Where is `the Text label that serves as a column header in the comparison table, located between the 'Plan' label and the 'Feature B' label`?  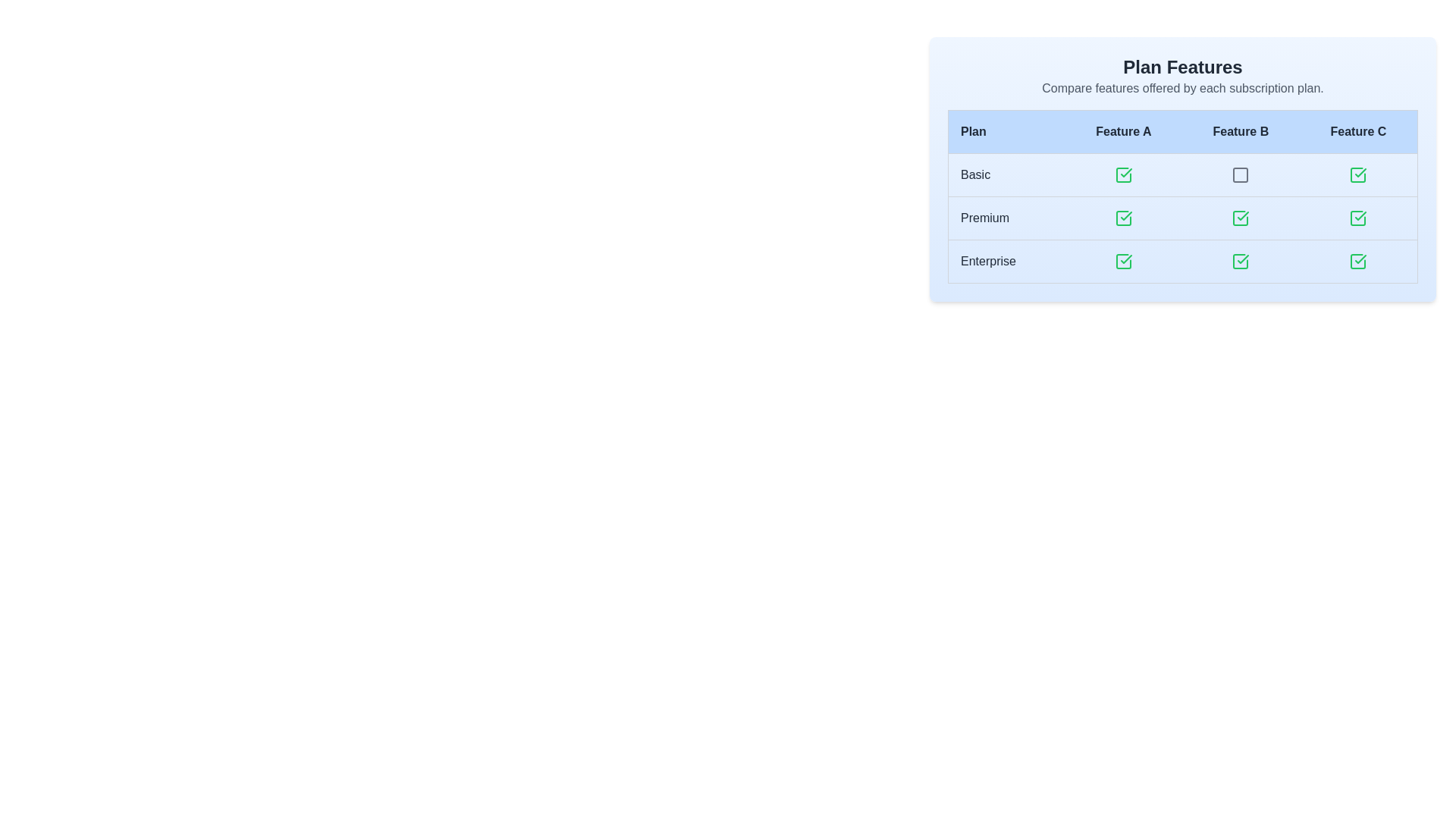 the Text label that serves as a column header in the comparison table, located between the 'Plan' label and the 'Feature B' label is located at coordinates (1123, 130).